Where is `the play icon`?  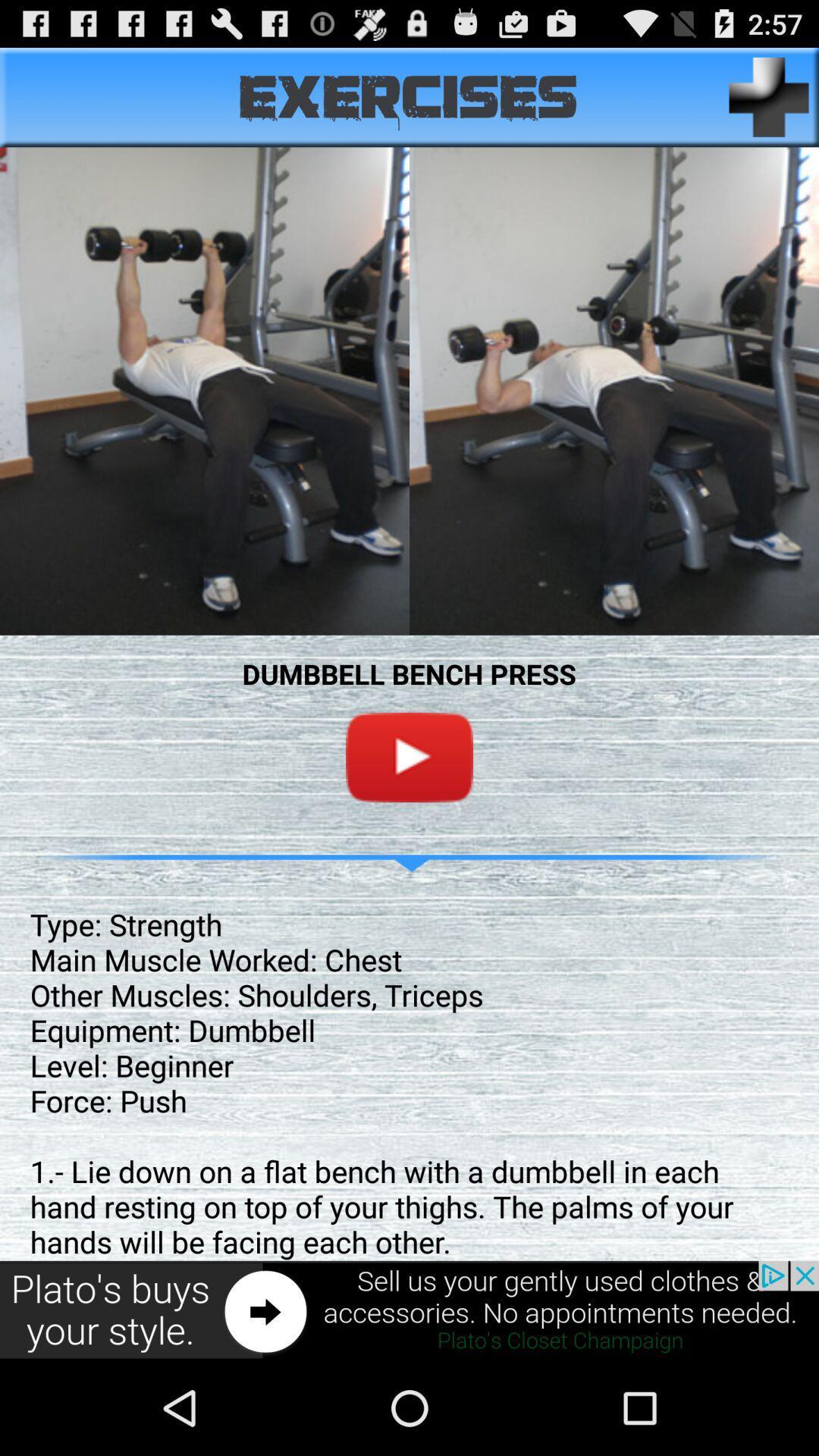 the play icon is located at coordinates (409, 810).